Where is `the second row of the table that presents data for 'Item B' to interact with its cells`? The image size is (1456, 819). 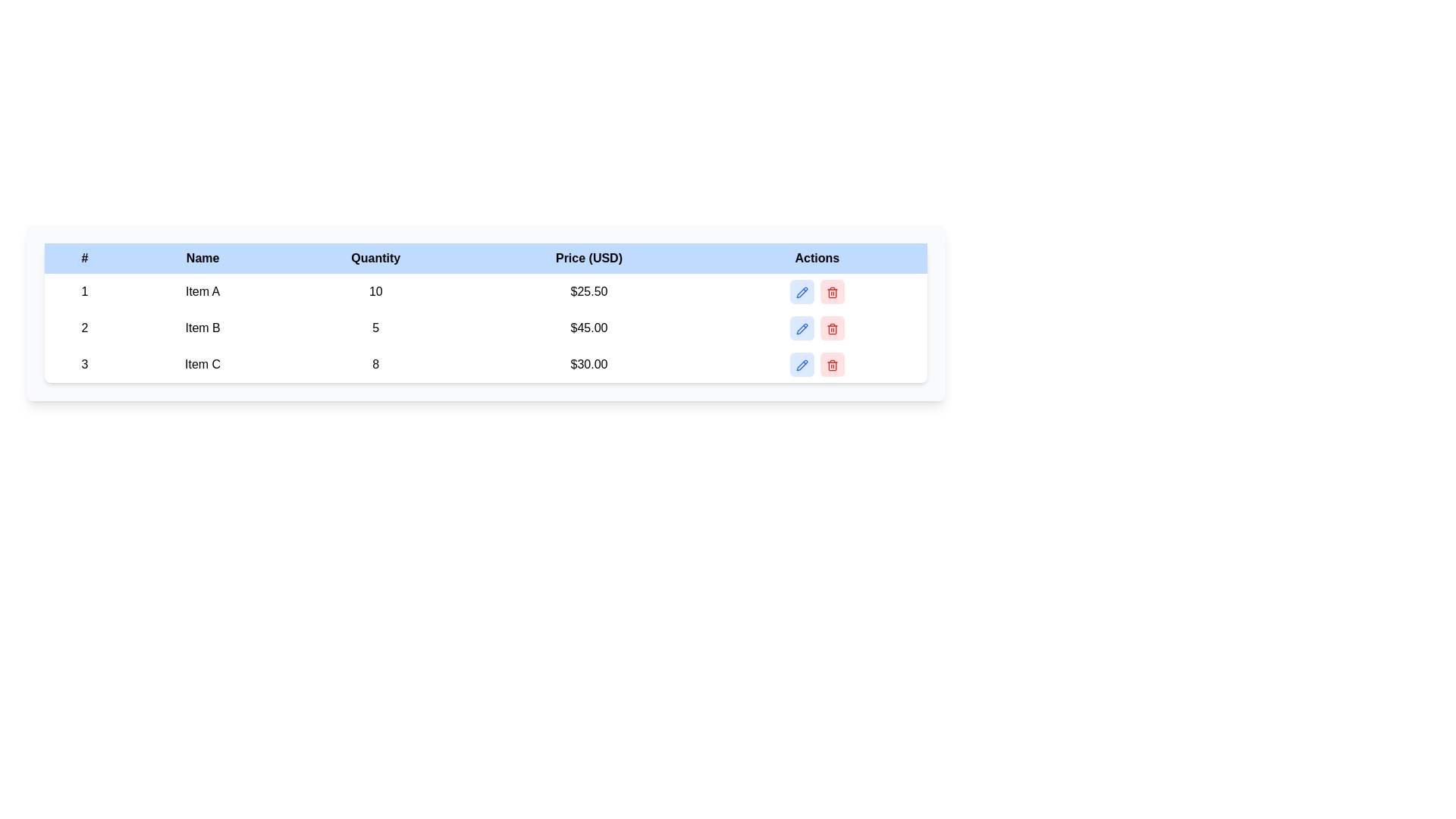
the second row of the table that presents data for 'Item B' to interact with its cells is located at coordinates (486, 327).